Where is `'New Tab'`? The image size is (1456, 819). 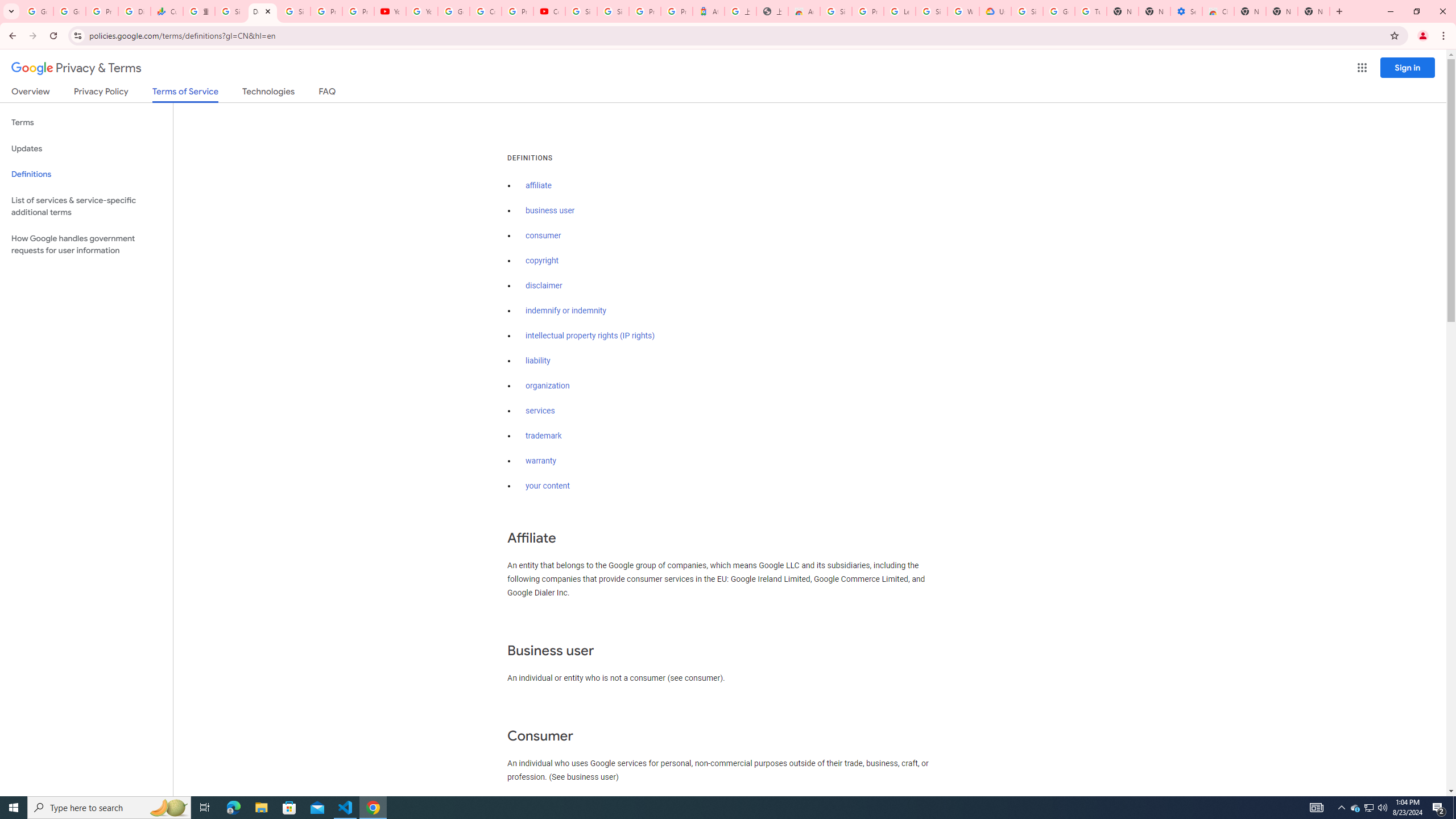
'New Tab' is located at coordinates (1250, 11).